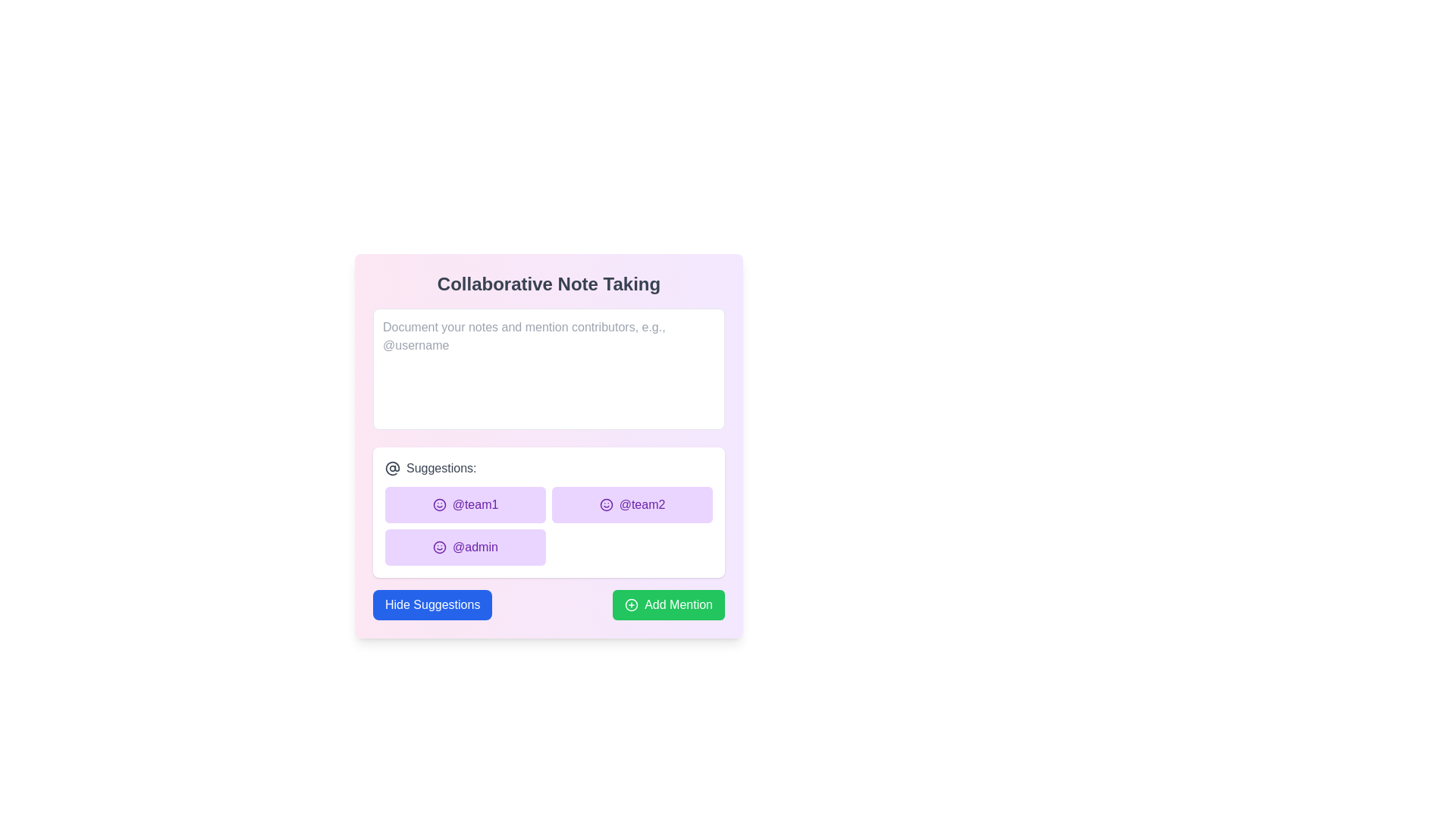 Image resolution: width=1456 pixels, height=819 pixels. I want to click on the smiling emoticon icon associated with the '@team2' button located in the right column of the suggestions box, so click(605, 505).